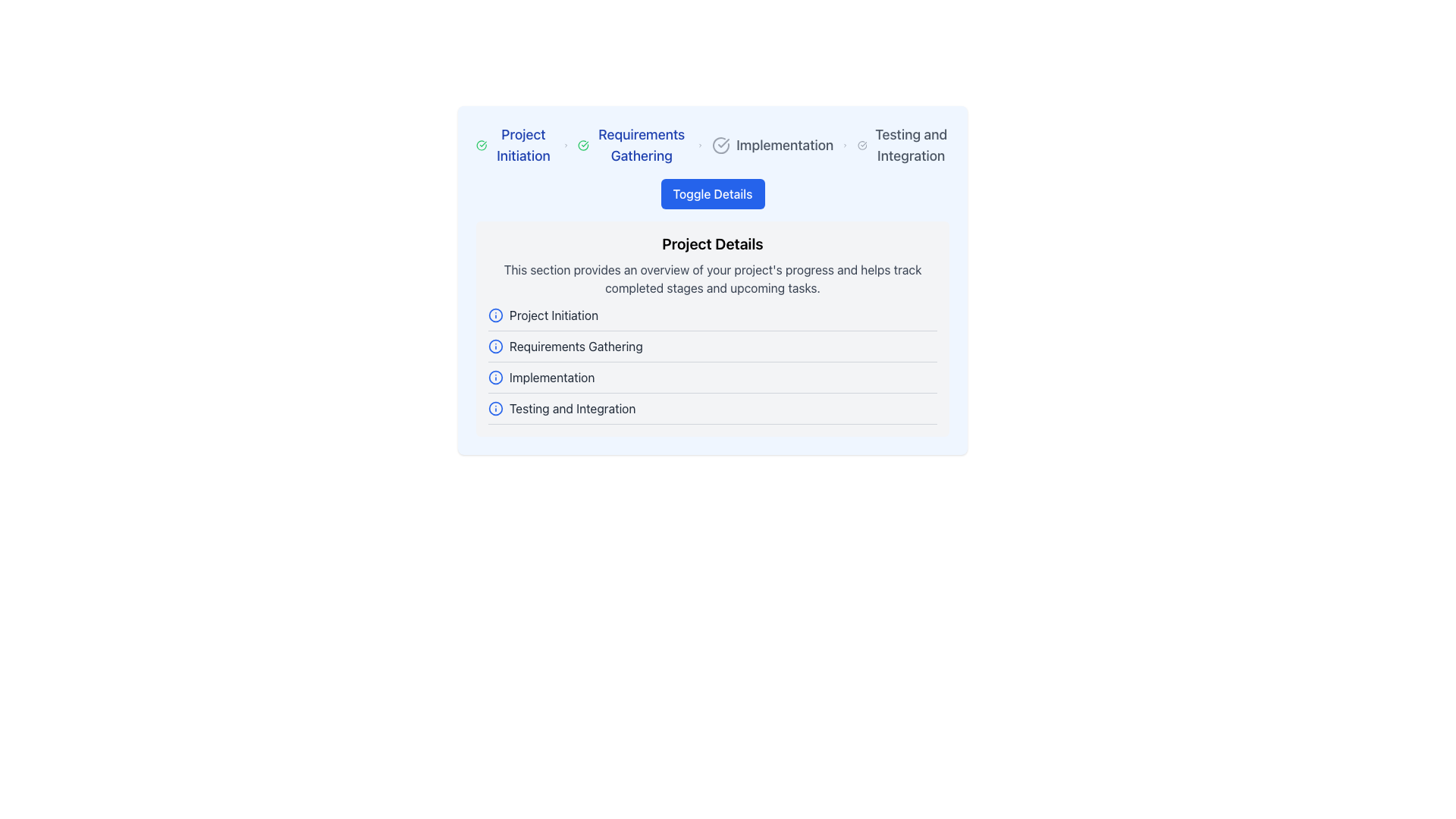  What do you see at coordinates (642, 146) in the screenshot?
I see `bold blue text label 'Requirements Gathering' located in the header segment of the interface, prominently displayed in a larger font` at bounding box center [642, 146].